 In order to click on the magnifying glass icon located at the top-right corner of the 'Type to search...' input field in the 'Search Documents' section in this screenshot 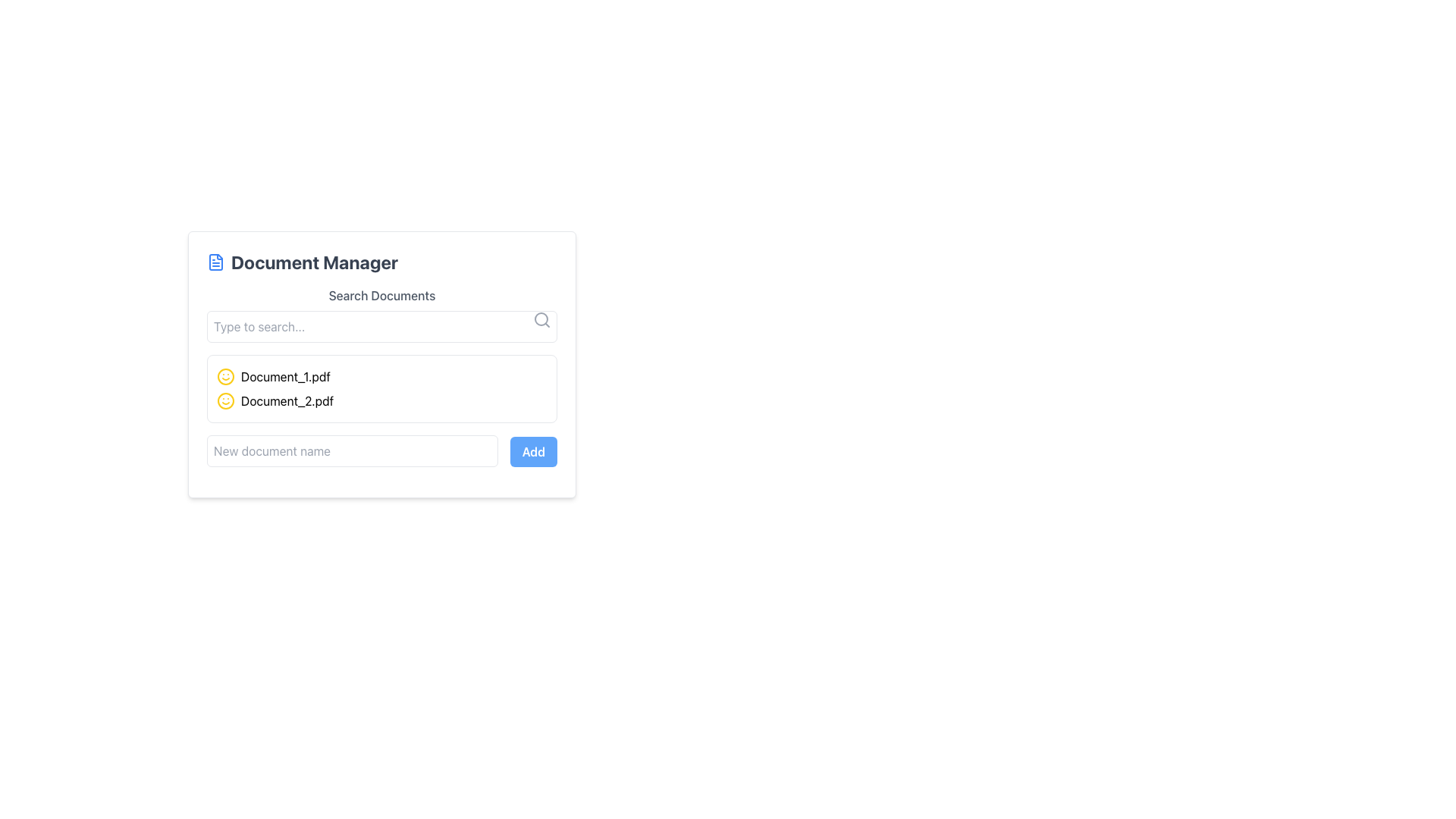, I will do `click(542, 318)`.